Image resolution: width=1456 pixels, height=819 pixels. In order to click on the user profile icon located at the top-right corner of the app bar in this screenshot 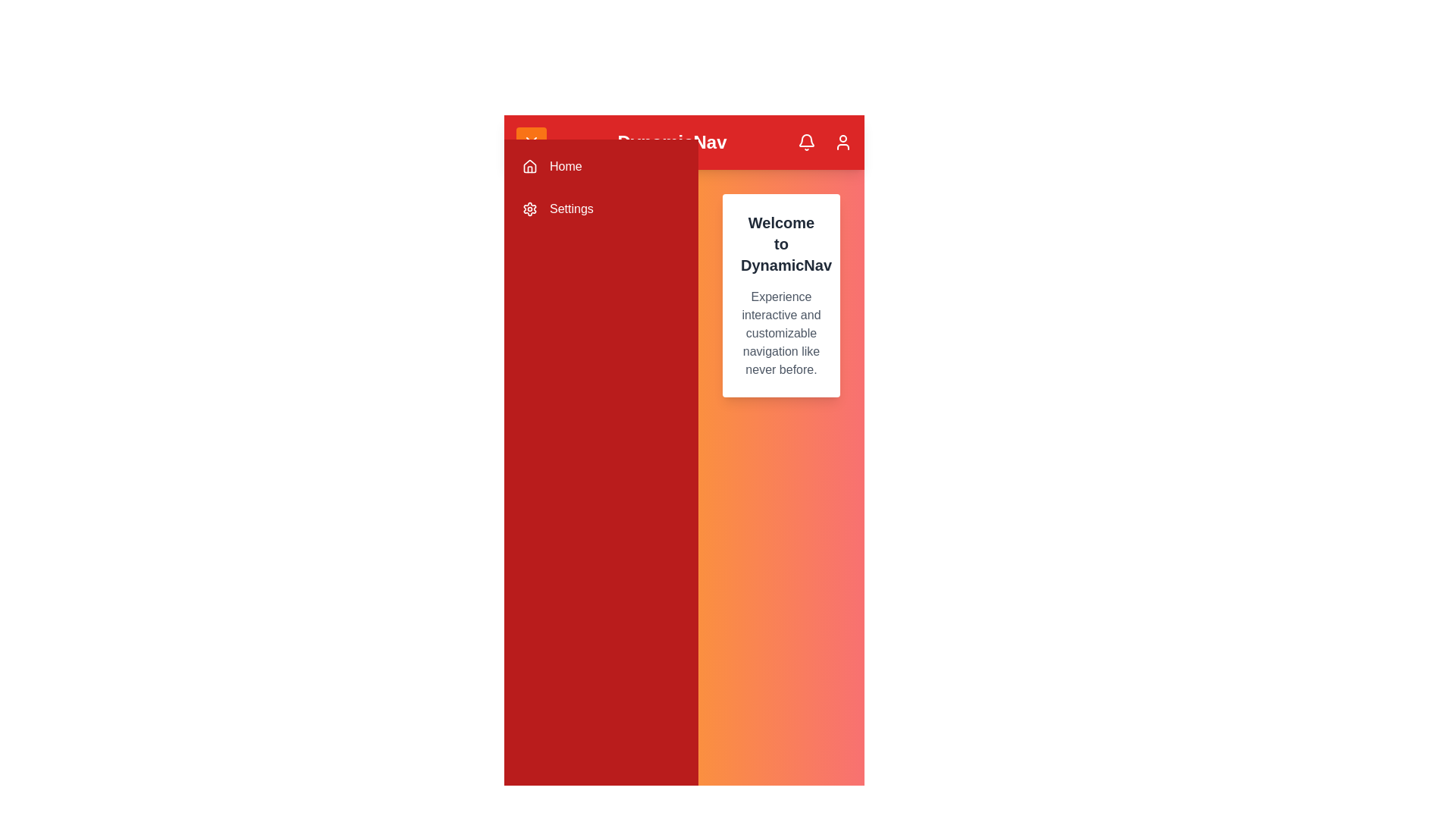, I will do `click(843, 143)`.